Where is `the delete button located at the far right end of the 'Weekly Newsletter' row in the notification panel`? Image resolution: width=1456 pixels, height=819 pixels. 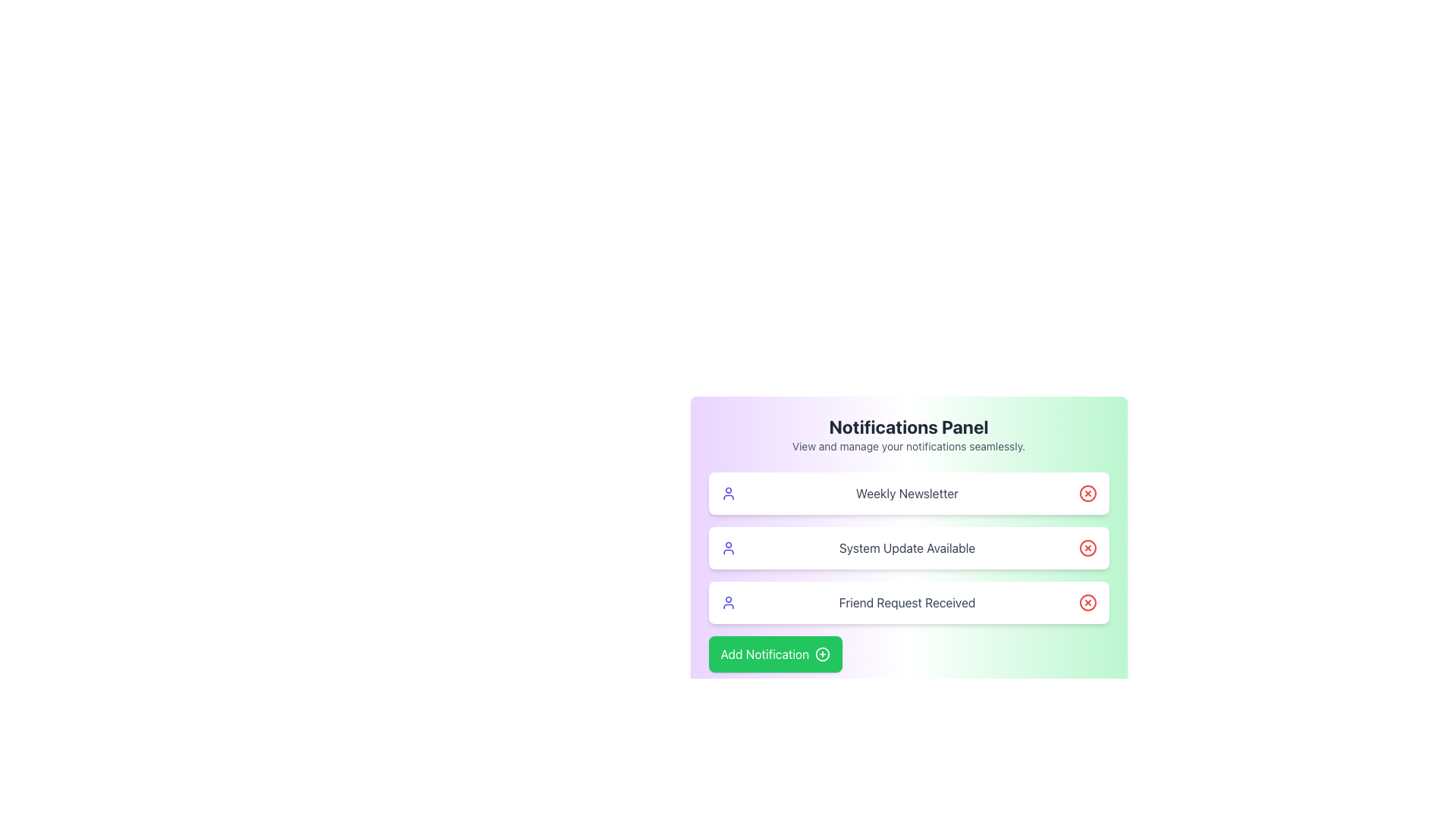
the delete button located at the far right end of the 'Weekly Newsletter' row in the notification panel is located at coordinates (1087, 494).